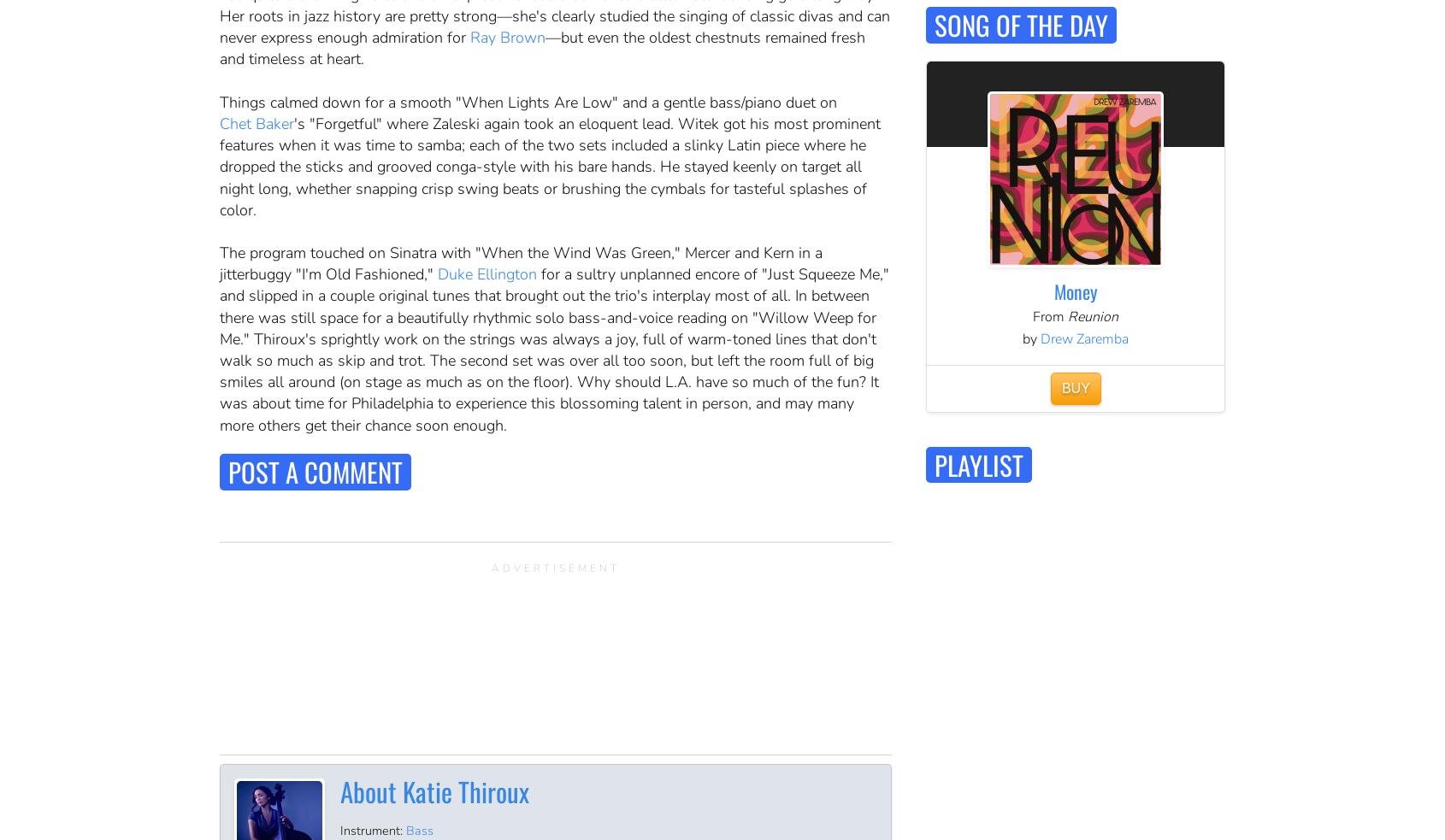 Image resolution: width=1445 pixels, height=840 pixels. Describe the element at coordinates (1030, 337) in the screenshot. I see `'by'` at that location.